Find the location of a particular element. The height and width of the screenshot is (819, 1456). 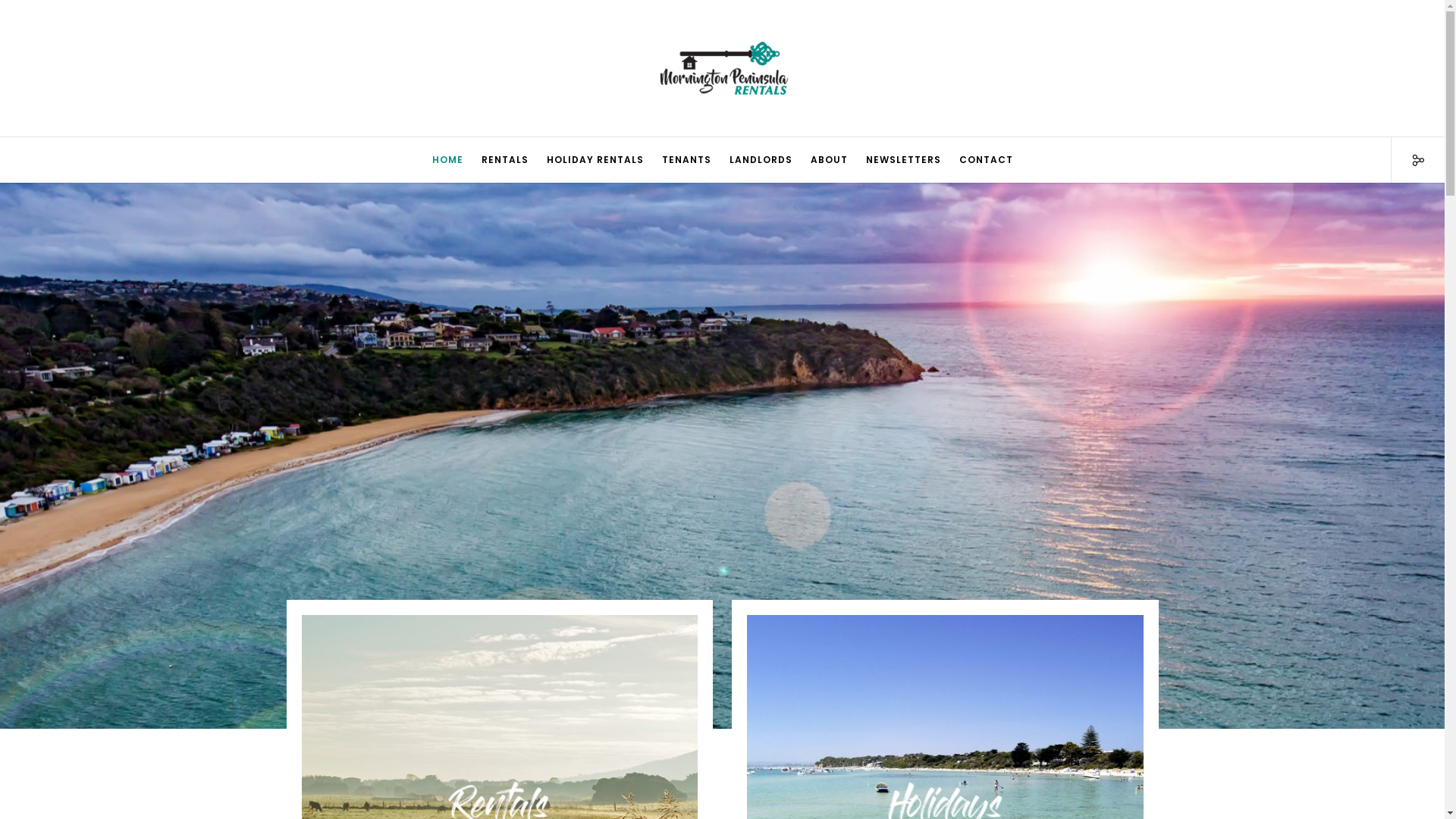

'ABOUT' is located at coordinates (827, 160).